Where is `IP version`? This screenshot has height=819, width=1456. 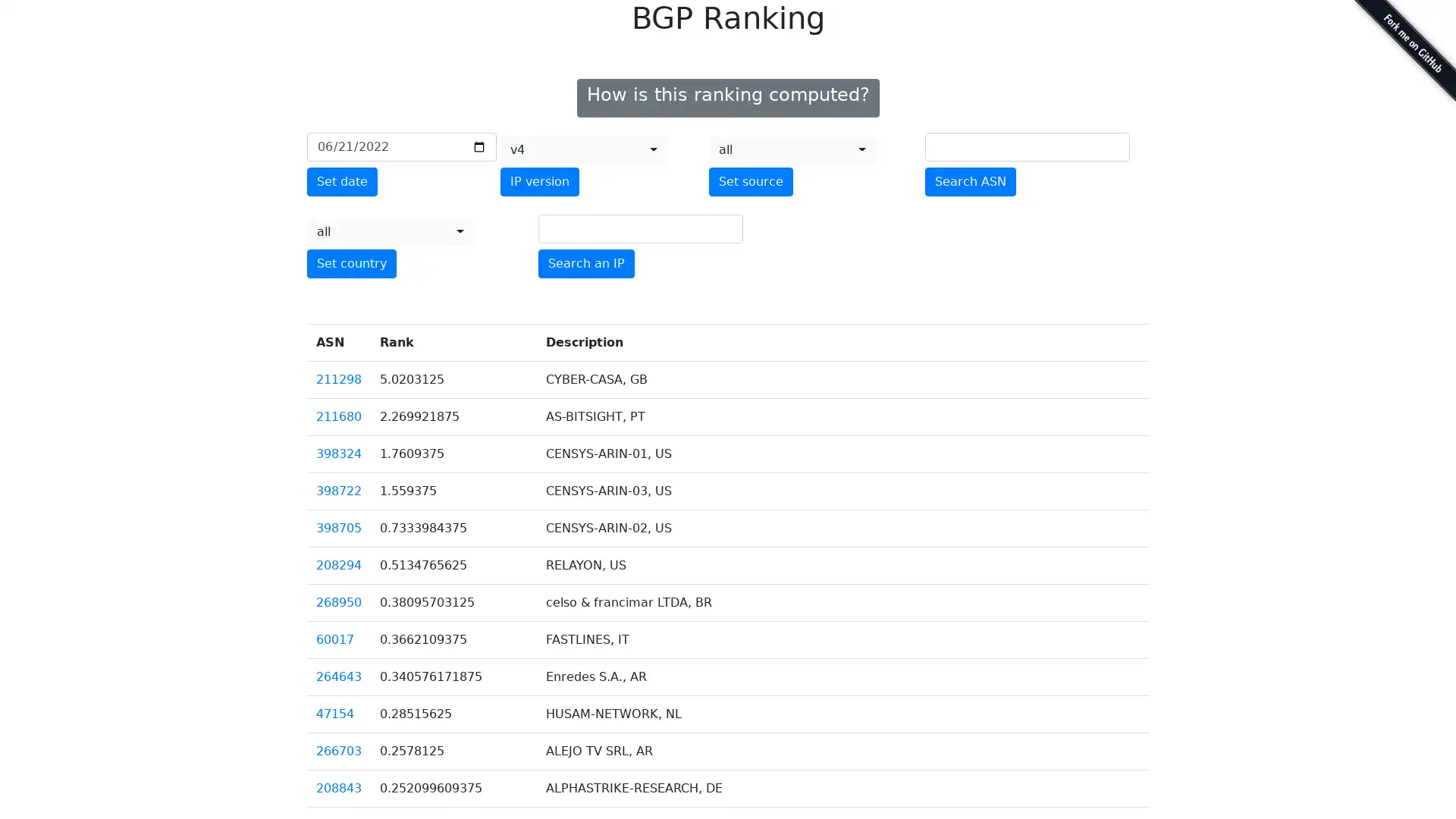
IP version is located at coordinates (539, 180).